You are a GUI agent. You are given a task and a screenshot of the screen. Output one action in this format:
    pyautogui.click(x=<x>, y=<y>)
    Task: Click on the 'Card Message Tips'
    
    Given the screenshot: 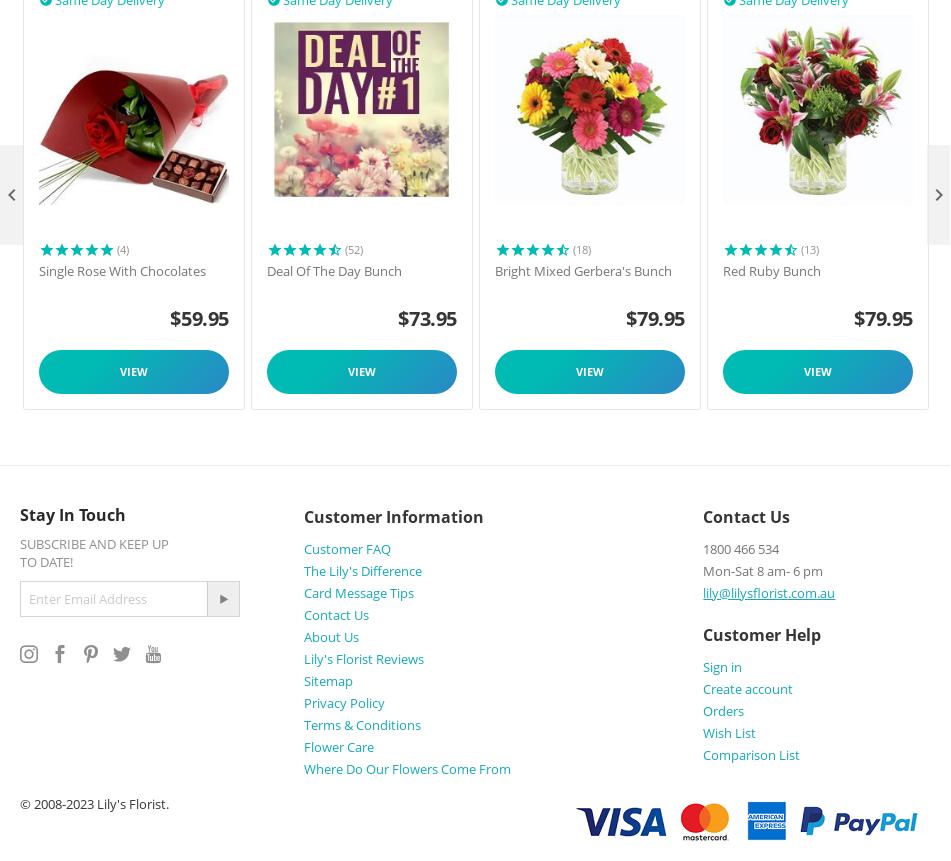 What is the action you would take?
    pyautogui.click(x=357, y=591)
    